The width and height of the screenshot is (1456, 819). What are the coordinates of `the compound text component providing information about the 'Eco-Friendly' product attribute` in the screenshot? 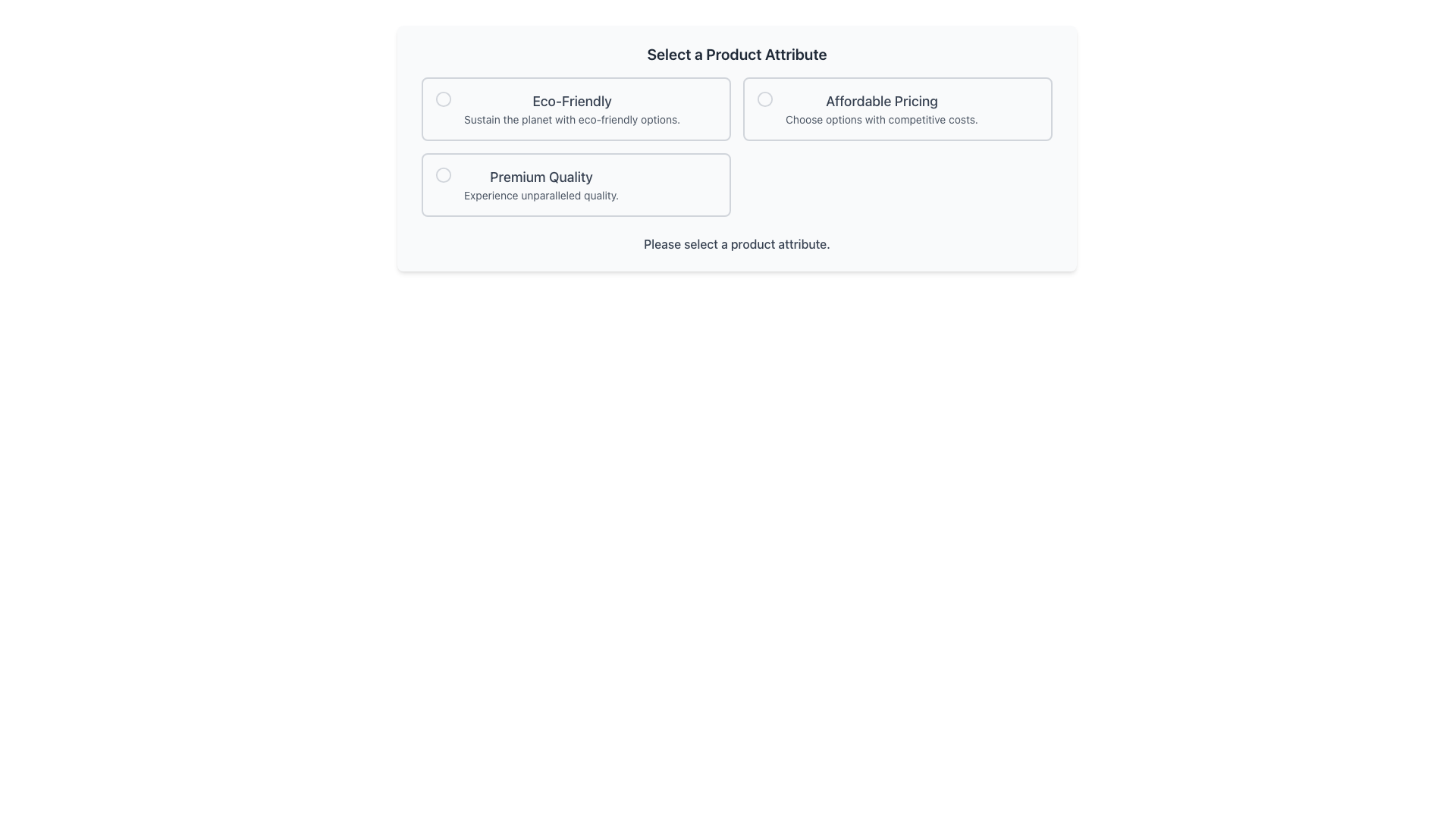 It's located at (571, 108).